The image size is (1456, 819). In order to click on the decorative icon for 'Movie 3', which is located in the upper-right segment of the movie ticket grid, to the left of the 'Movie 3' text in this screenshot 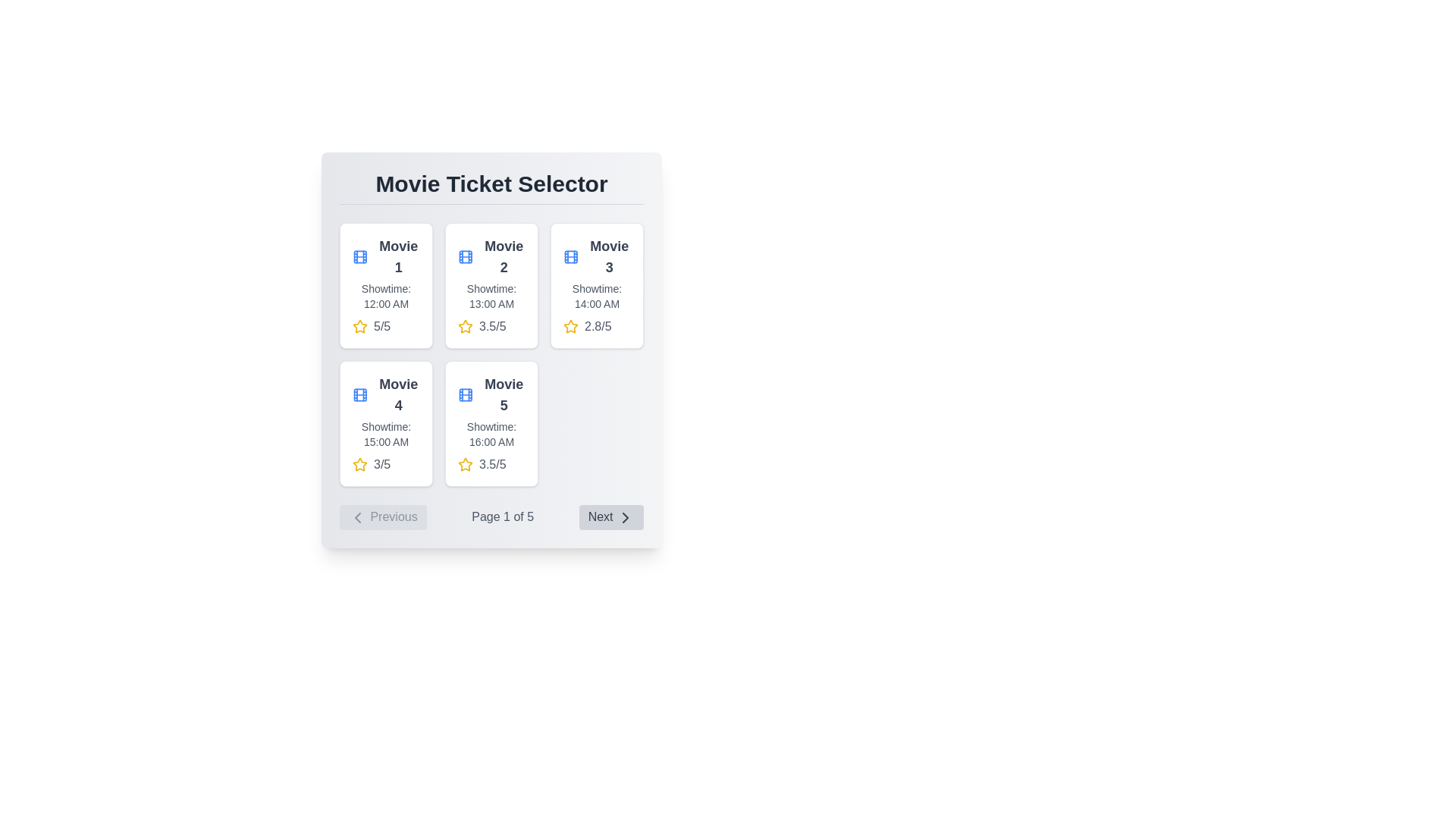, I will do `click(570, 256)`.